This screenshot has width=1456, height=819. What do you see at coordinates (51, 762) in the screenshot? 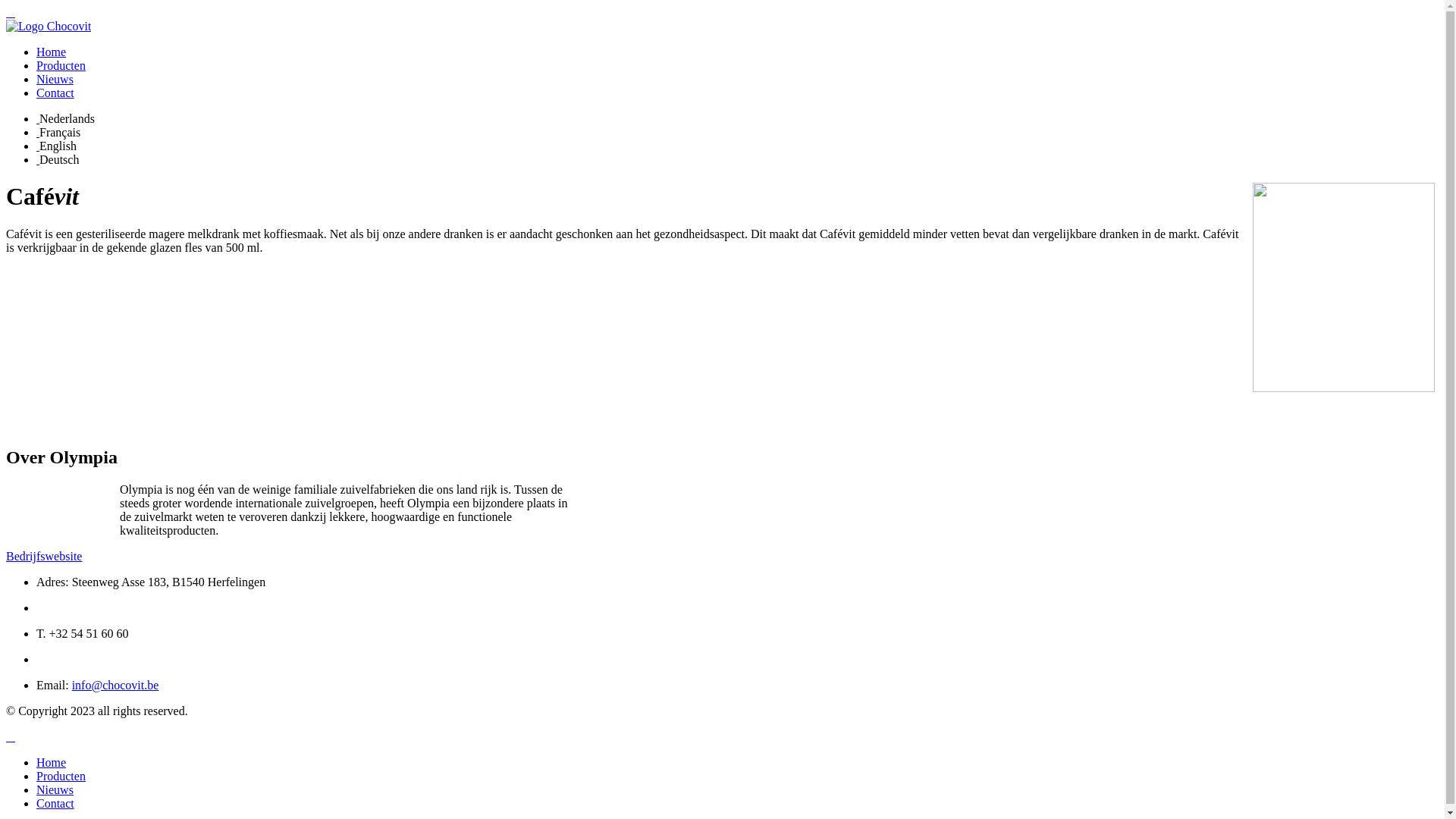
I see `'Home'` at bounding box center [51, 762].